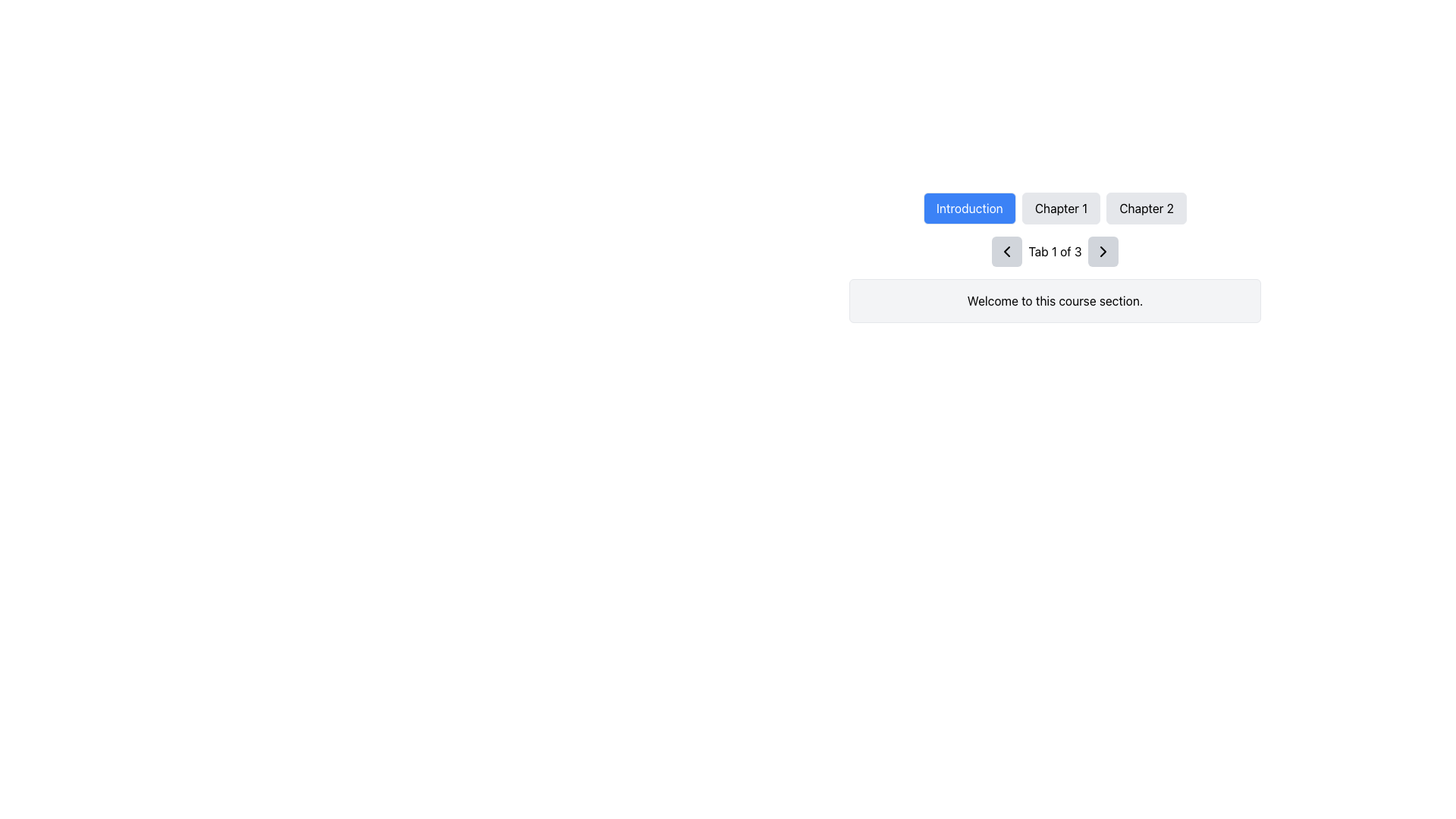 The width and height of the screenshot is (1456, 819). Describe the element at coordinates (1103, 250) in the screenshot. I see `the interactive control icon located to the right of the 'Tab 1 of 3' text label` at that location.